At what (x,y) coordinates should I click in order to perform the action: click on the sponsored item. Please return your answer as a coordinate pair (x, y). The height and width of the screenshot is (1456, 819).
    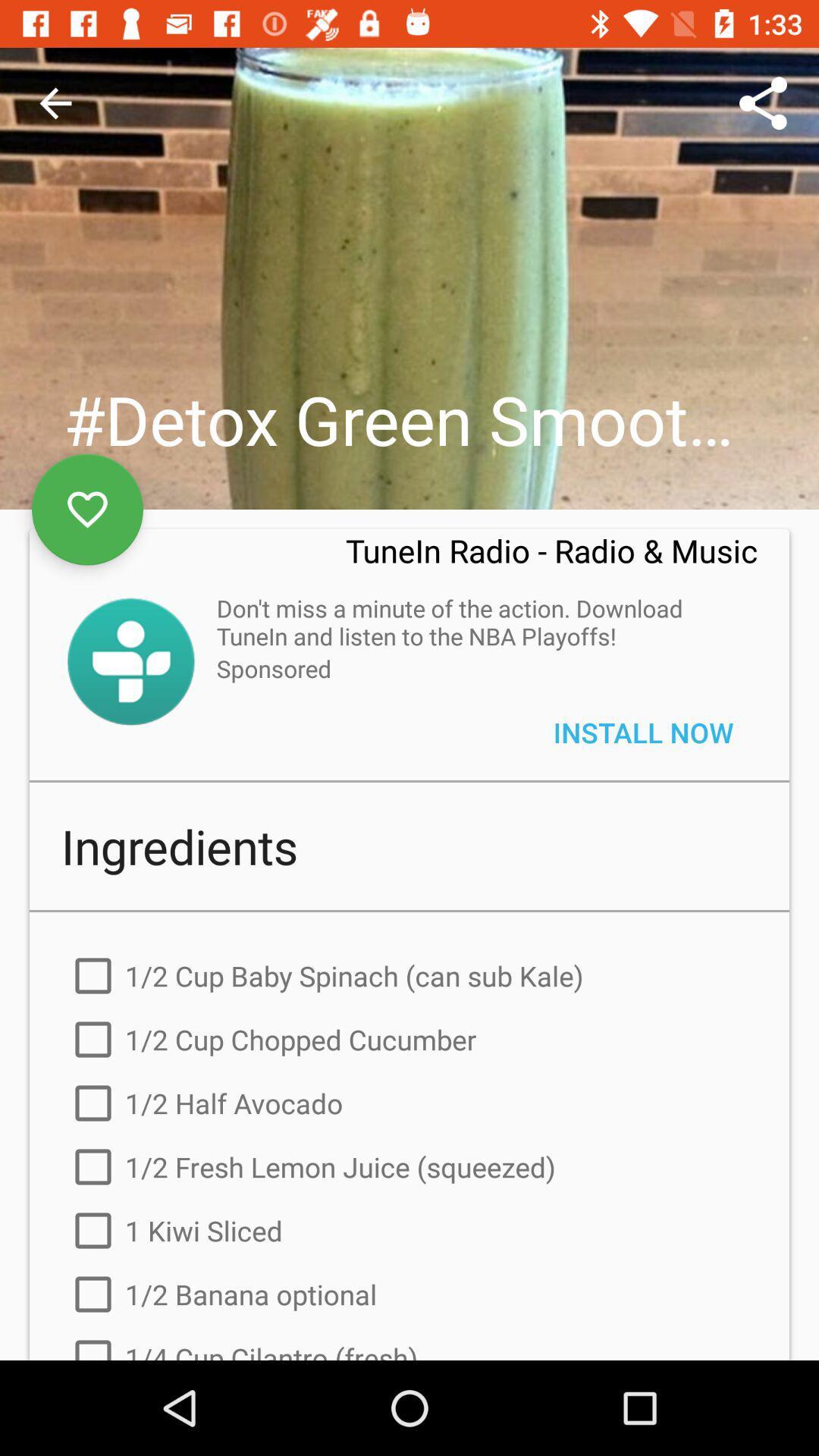
    Looking at the image, I should click on (274, 667).